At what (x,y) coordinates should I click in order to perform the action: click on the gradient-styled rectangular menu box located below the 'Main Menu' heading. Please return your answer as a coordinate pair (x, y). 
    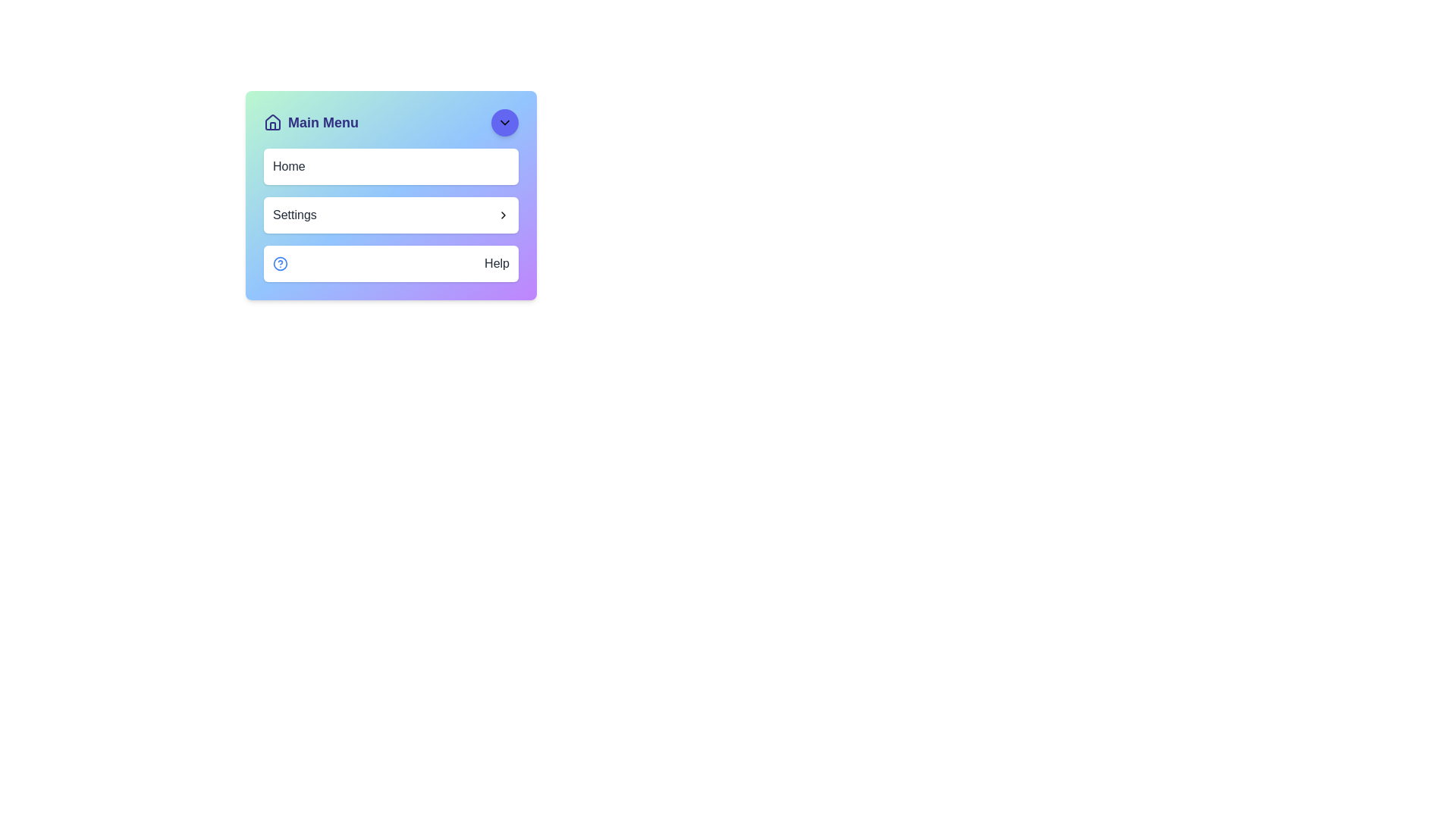
    Looking at the image, I should click on (391, 195).